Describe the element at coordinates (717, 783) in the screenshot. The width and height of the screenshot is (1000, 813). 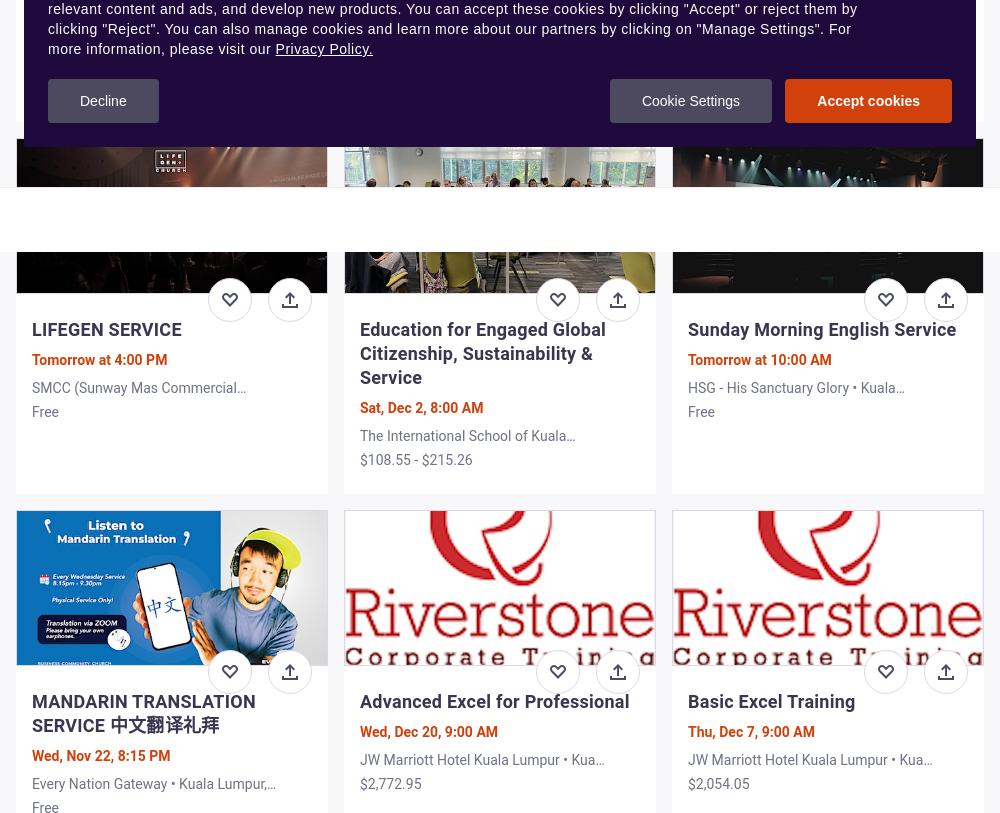
I see `'$2,054.05'` at that location.